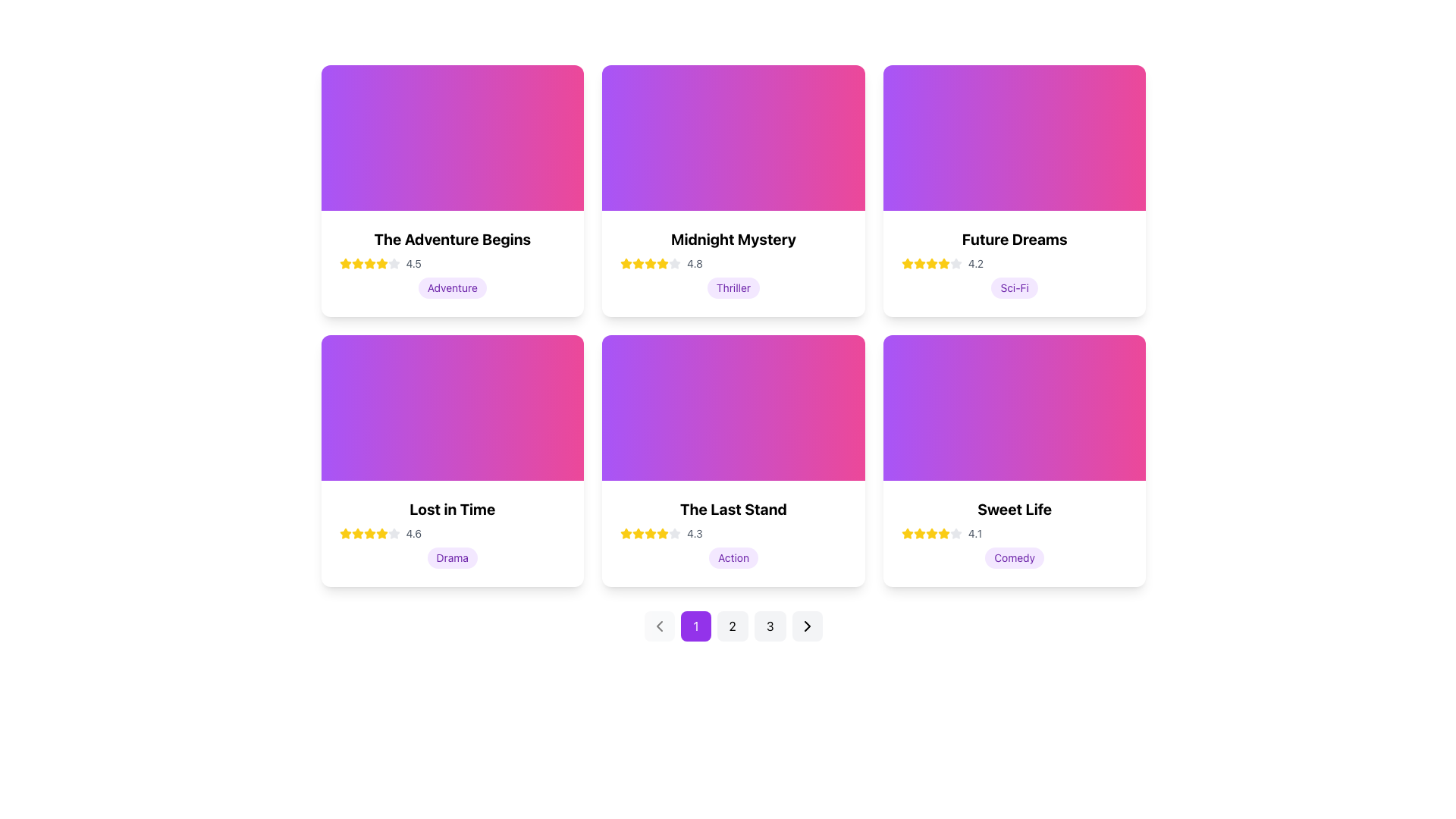 Image resolution: width=1456 pixels, height=819 pixels. Describe the element at coordinates (344, 532) in the screenshot. I see `the fourth star in the rating row for the card 'Lost in Time'` at that location.